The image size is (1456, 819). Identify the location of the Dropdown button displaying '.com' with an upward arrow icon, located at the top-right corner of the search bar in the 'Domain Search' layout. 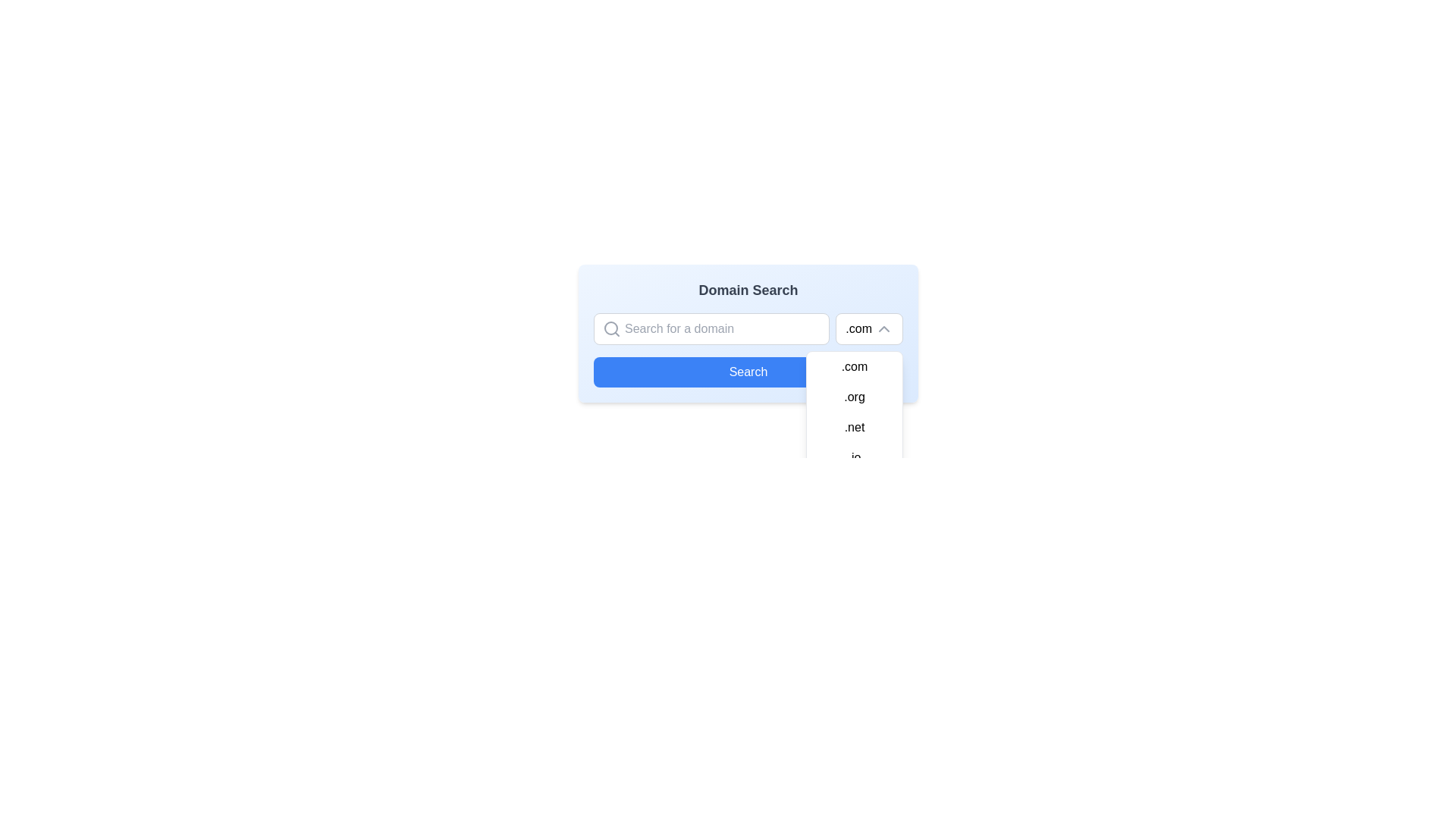
(869, 328).